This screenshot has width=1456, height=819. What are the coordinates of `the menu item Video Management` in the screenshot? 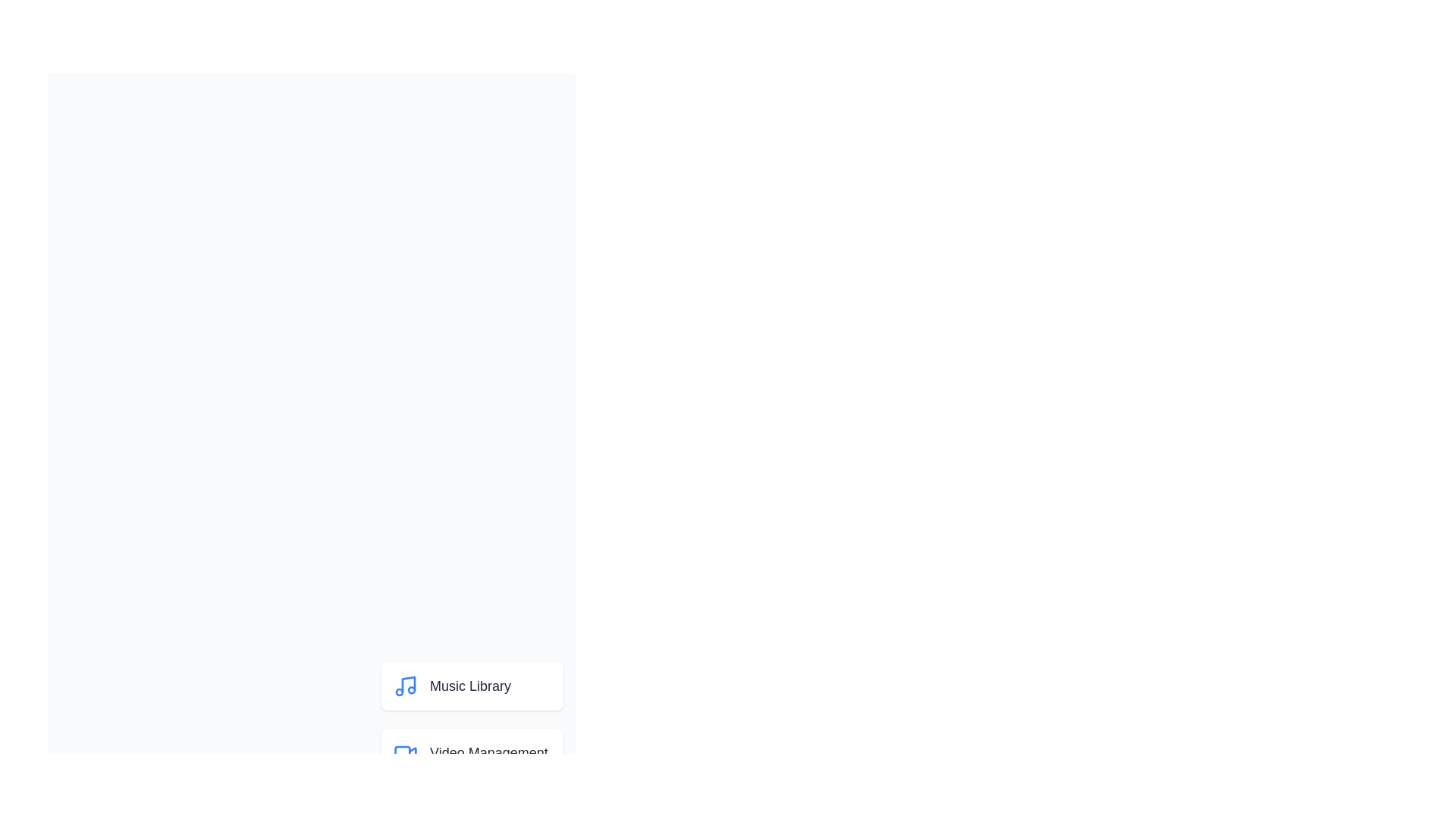 It's located at (472, 752).